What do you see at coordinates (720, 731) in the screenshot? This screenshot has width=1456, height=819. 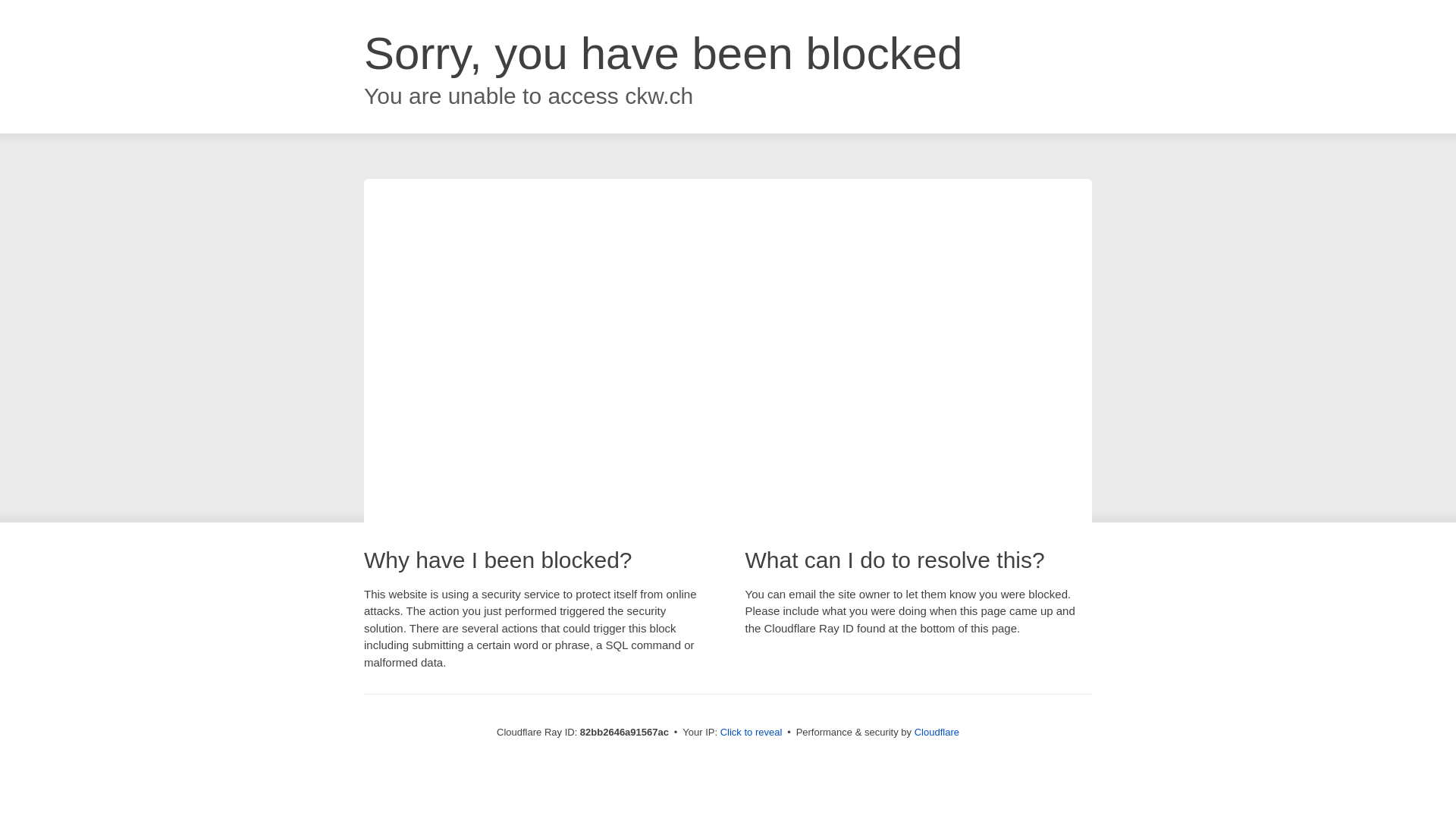 I see `'Click to reveal'` at bounding box center [720, 731].